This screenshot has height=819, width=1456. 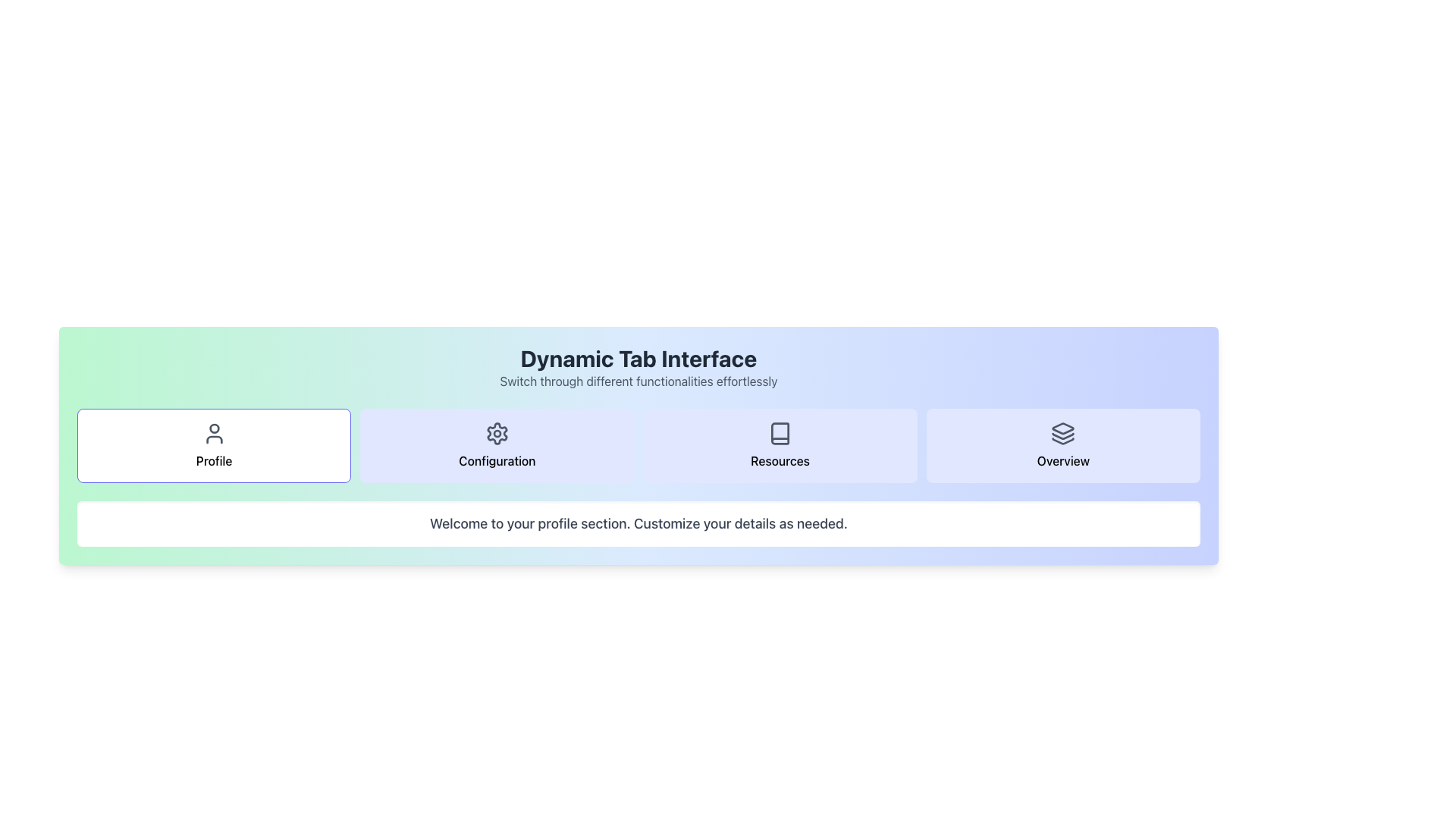 I want to click on the 'Profile' button icon located in the upper part of the 'Profile' button in the horizontal navigation bar, so click(x=213, y=433).